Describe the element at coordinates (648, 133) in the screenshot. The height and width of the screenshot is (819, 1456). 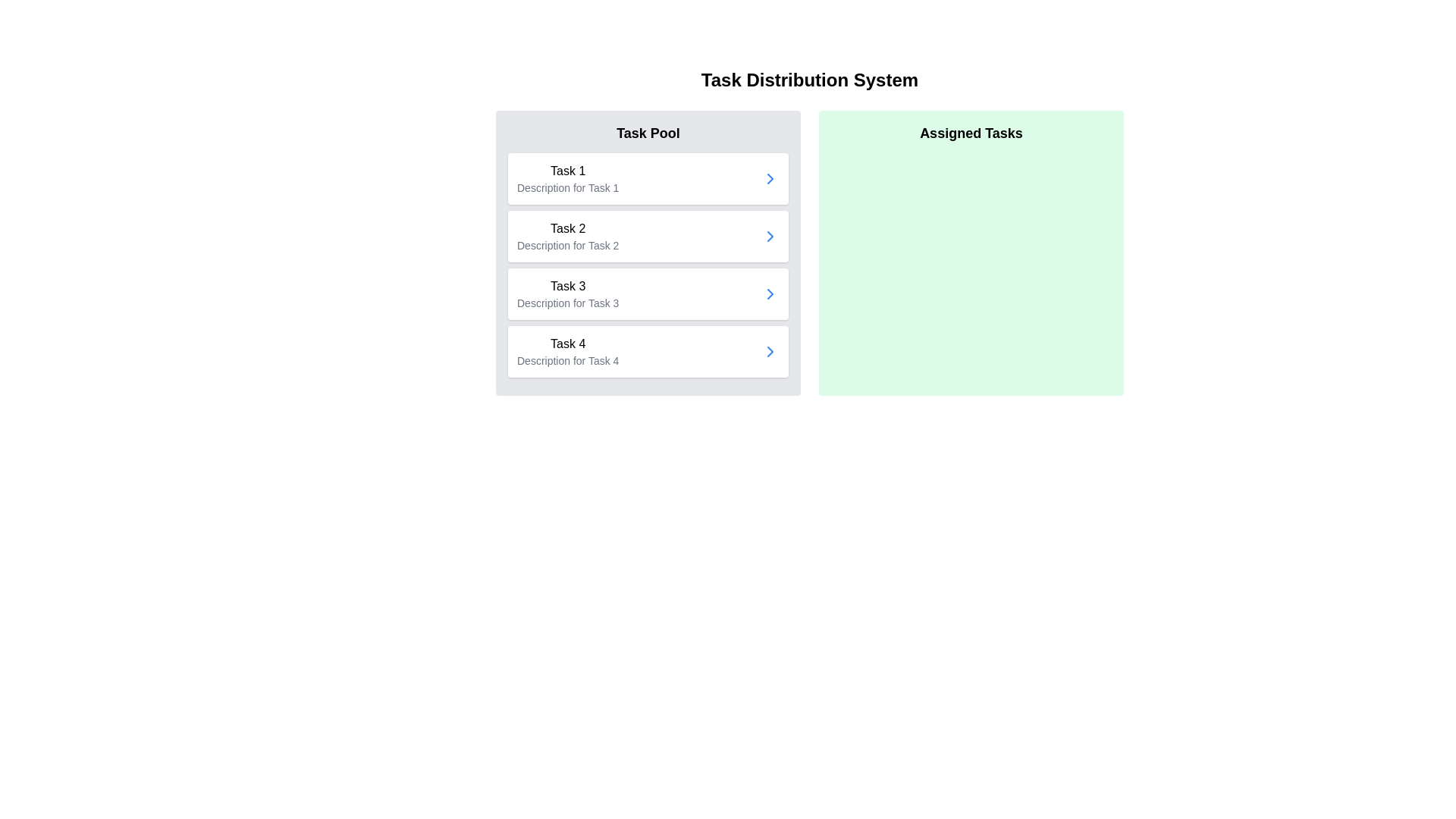
I see `text label that reads 'Task Pool', which is prominently displayed at the top of the task list pane` at that location.